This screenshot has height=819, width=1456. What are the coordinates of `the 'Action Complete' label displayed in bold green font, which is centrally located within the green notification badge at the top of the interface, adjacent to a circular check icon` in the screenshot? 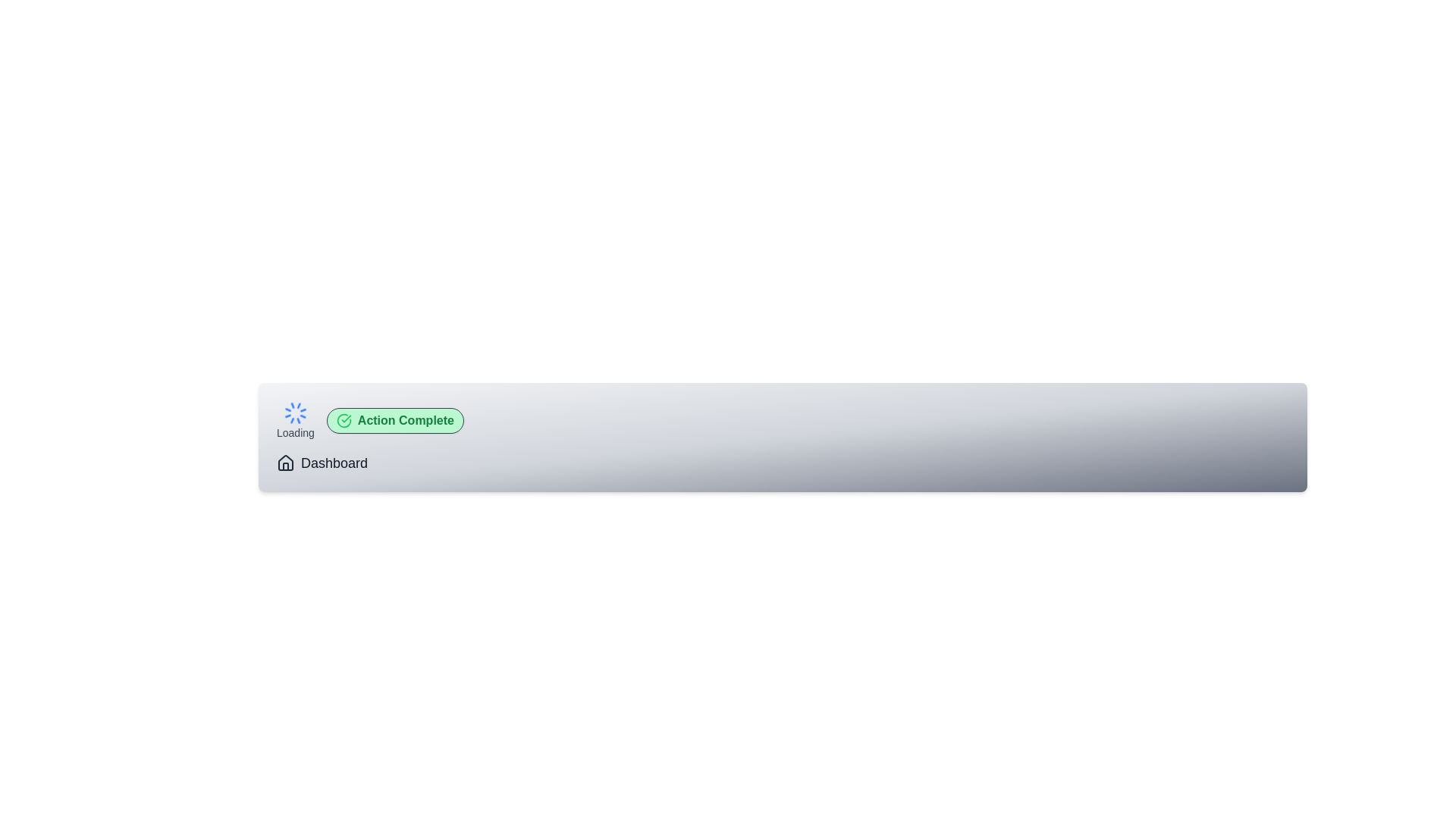 It's located at (406, 421).